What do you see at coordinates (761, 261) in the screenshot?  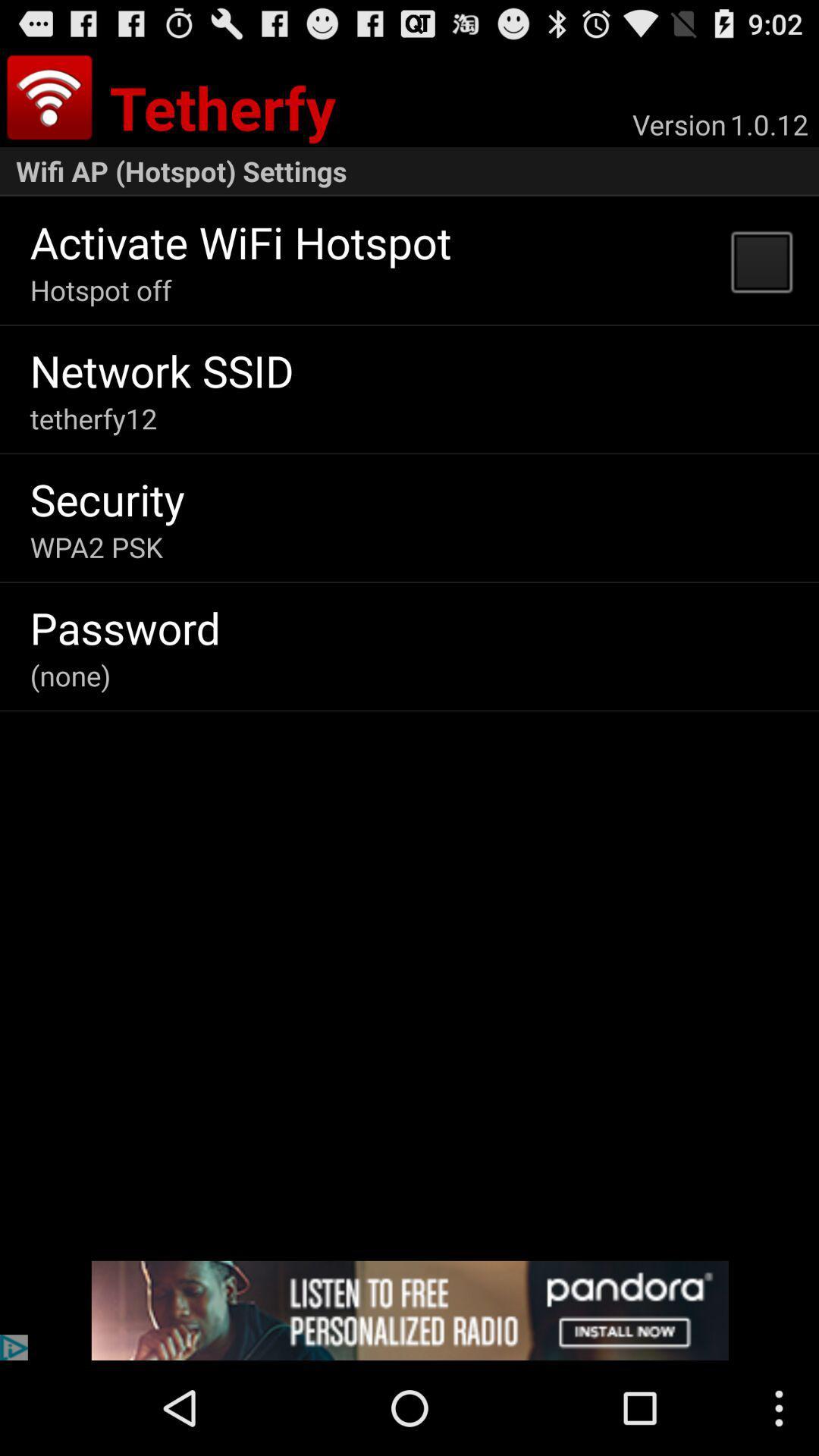 I see `app below wifi ap hotspot` at bounding box center [761, 261].